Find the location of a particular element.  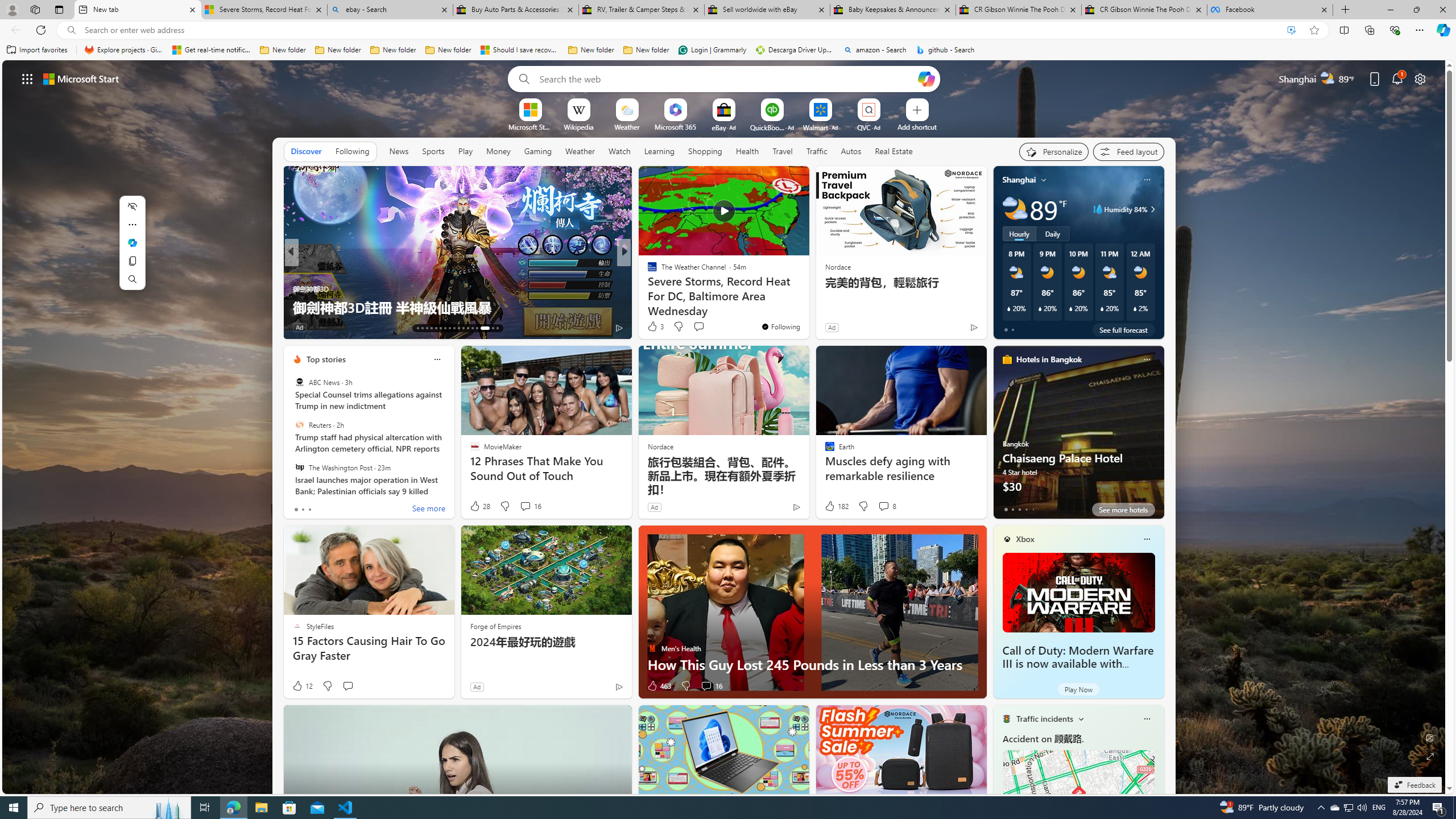

'Personalize your feed"' is located at coordinates (1053, 152).